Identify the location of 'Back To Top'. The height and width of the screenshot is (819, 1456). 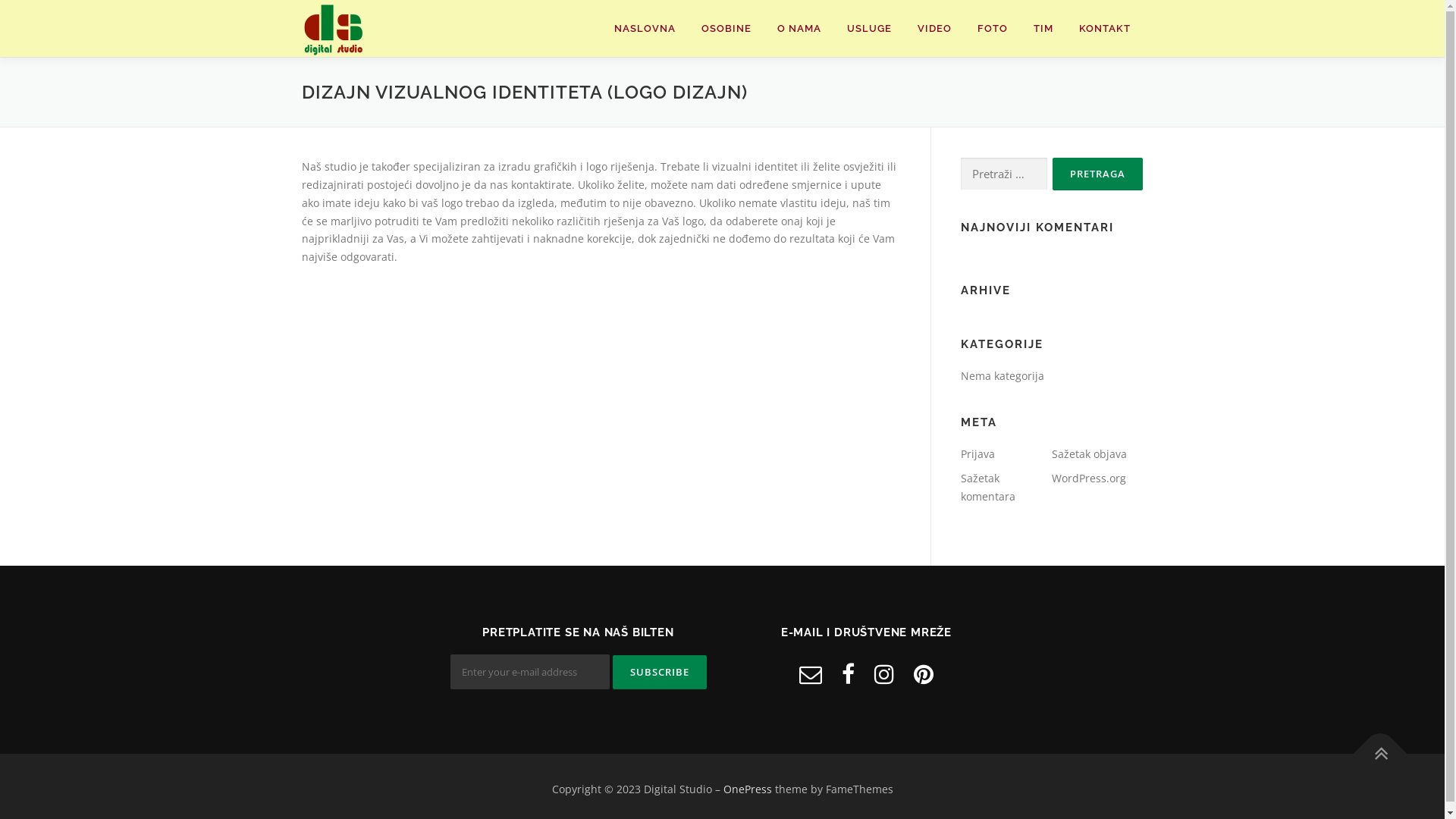
(1372, 745).